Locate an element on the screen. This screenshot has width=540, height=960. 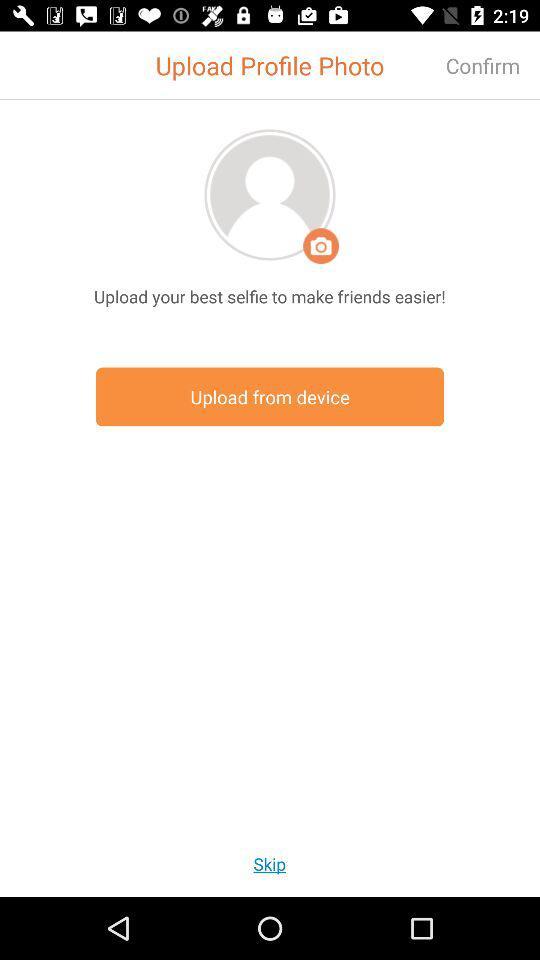
profile is located at coordinates (270, 194).